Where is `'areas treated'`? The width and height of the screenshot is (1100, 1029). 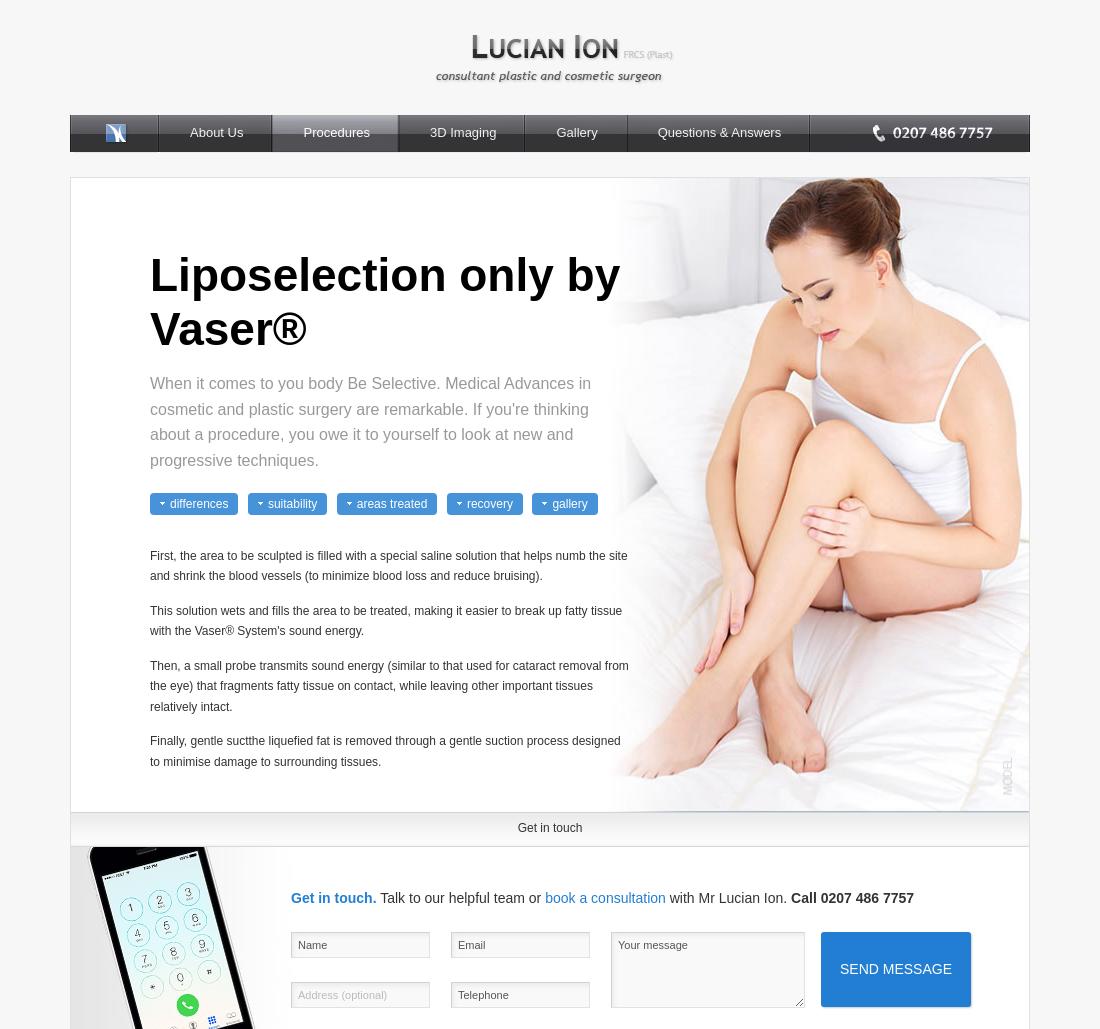
'areas treated' is located at coordinates (391, 502).